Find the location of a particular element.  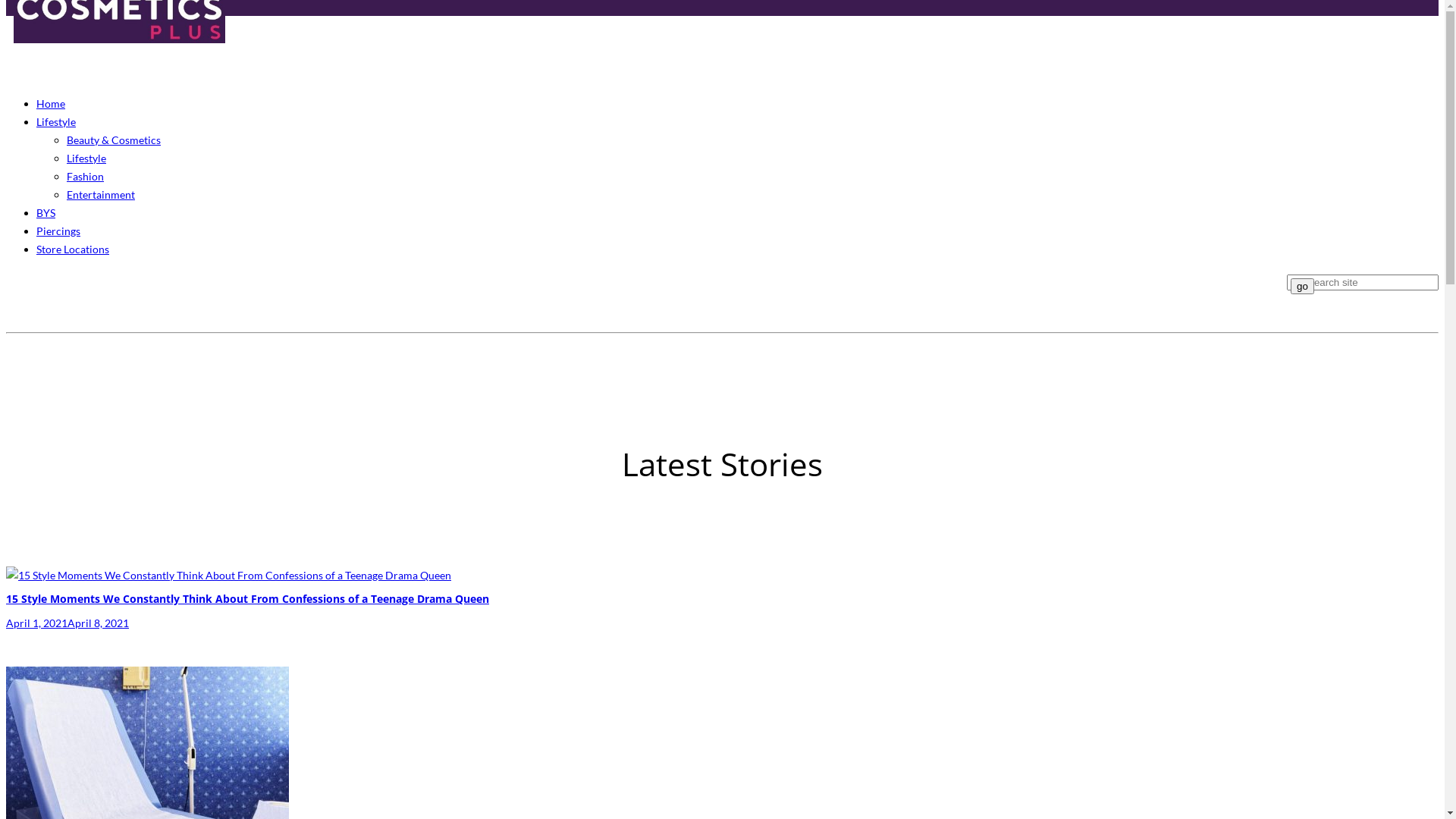

'Store Locations' is located at coordinates (72, 248).